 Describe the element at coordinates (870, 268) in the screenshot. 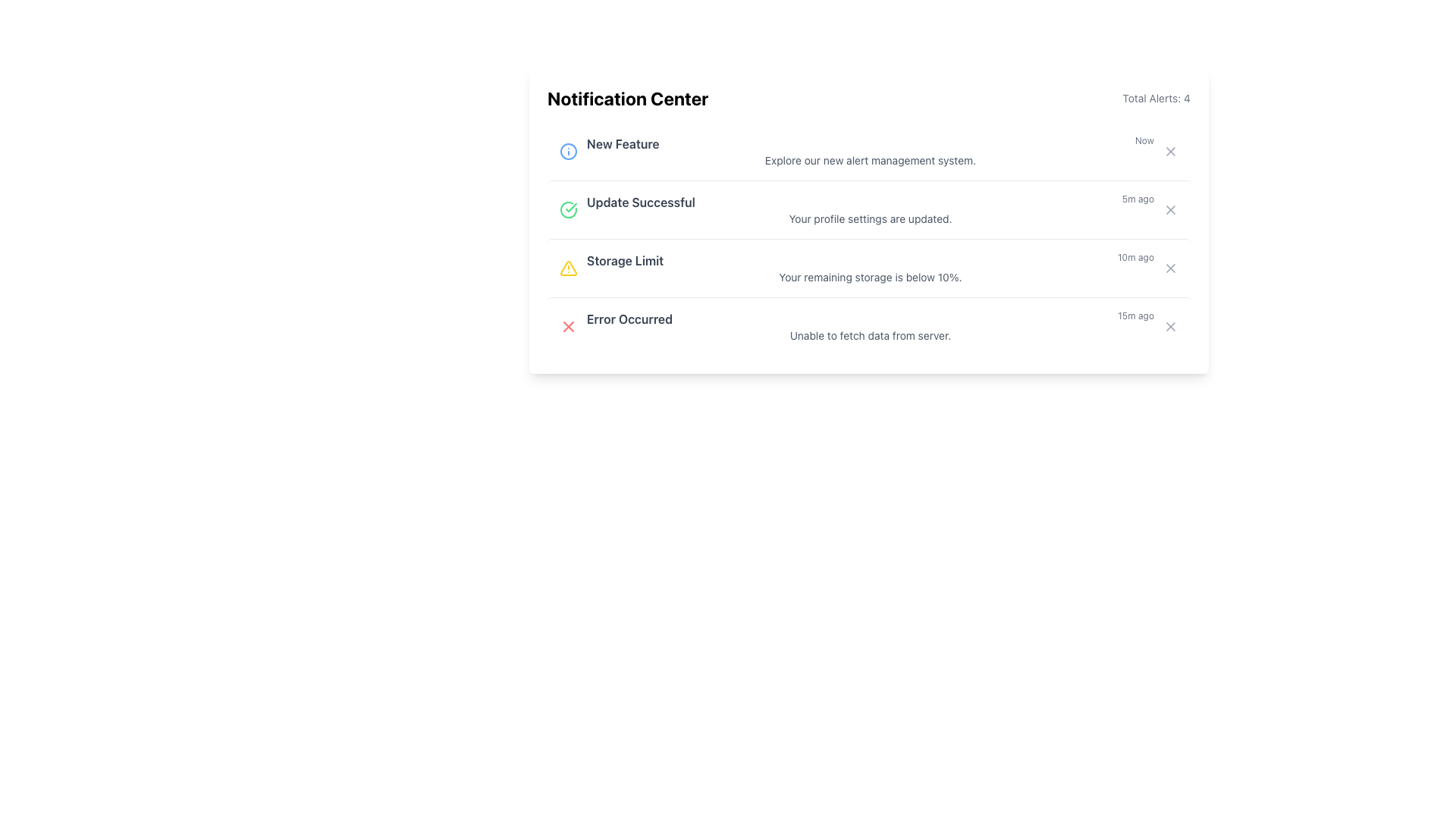

I see `the 'Storage Limit' notification message to interact with it as it is styled as a button` at that location.